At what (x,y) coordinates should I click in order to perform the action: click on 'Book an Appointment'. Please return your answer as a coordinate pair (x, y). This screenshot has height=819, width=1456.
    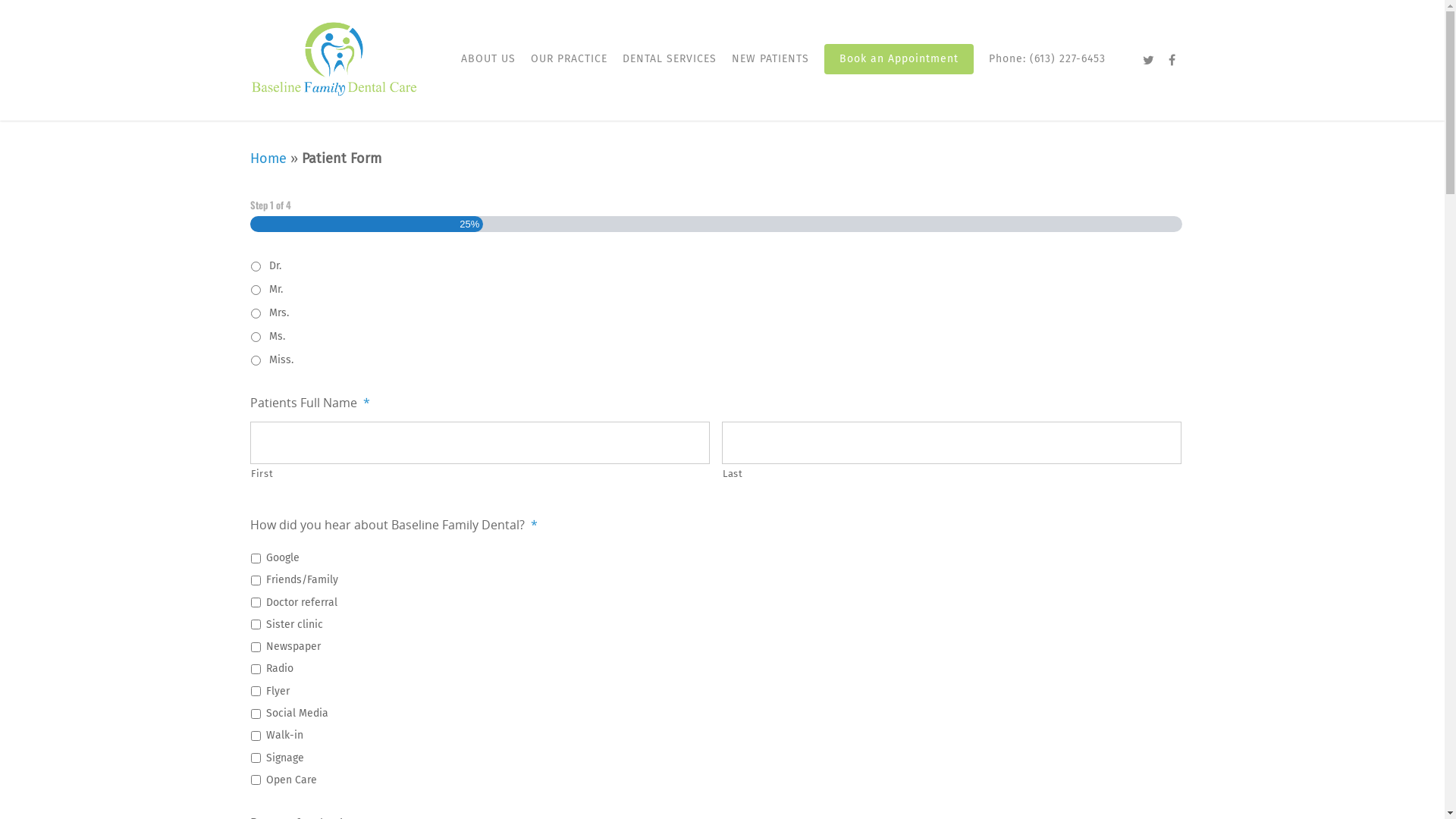
    Looking at the image, I should click on (823, 69).